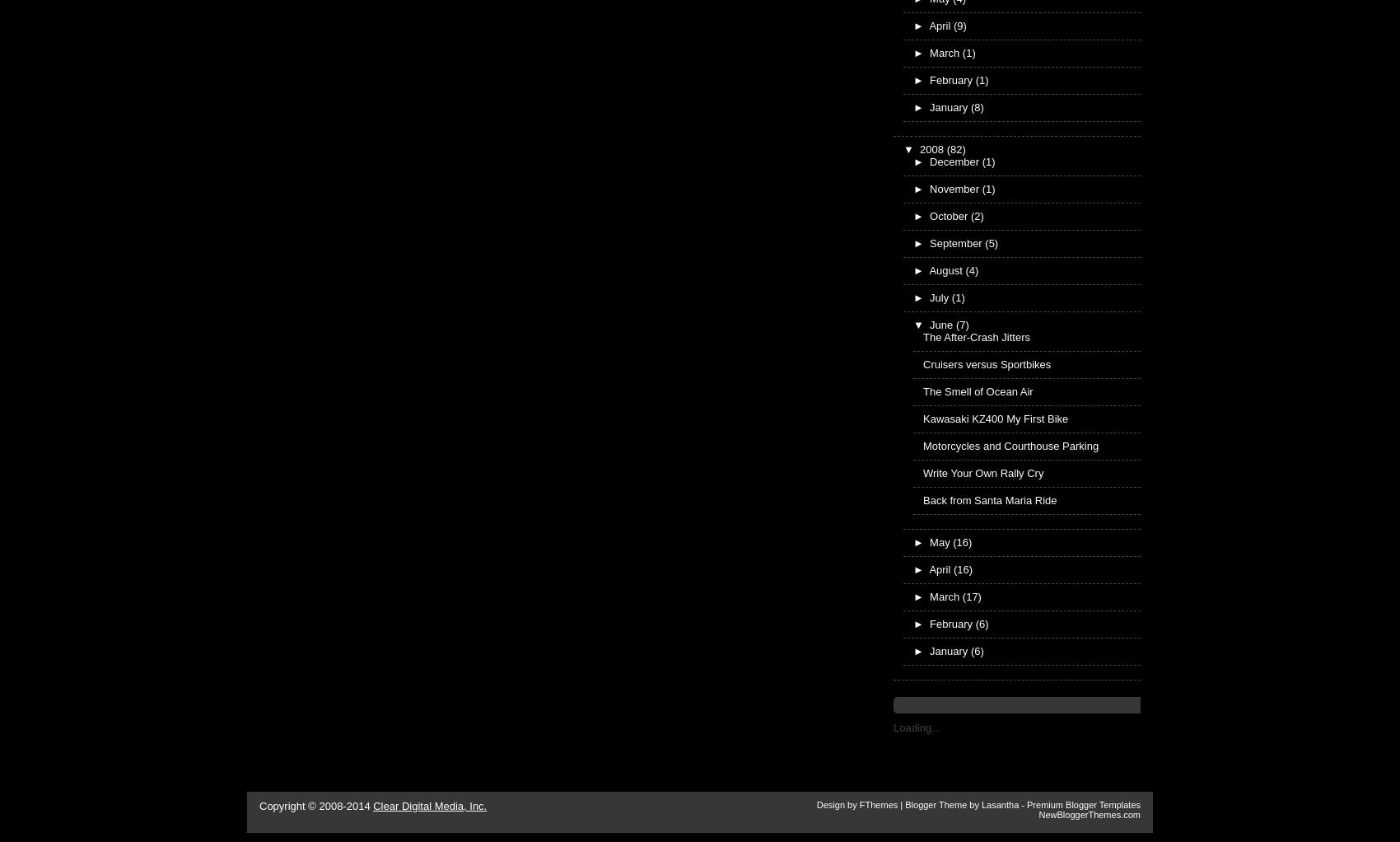 The width and height of the screenshot is (1400, 842). What do you see at coordinates (259, 804) in the screenshot?
I see `'Copyright © 2008-2014'` at bounding box center [259, 804].